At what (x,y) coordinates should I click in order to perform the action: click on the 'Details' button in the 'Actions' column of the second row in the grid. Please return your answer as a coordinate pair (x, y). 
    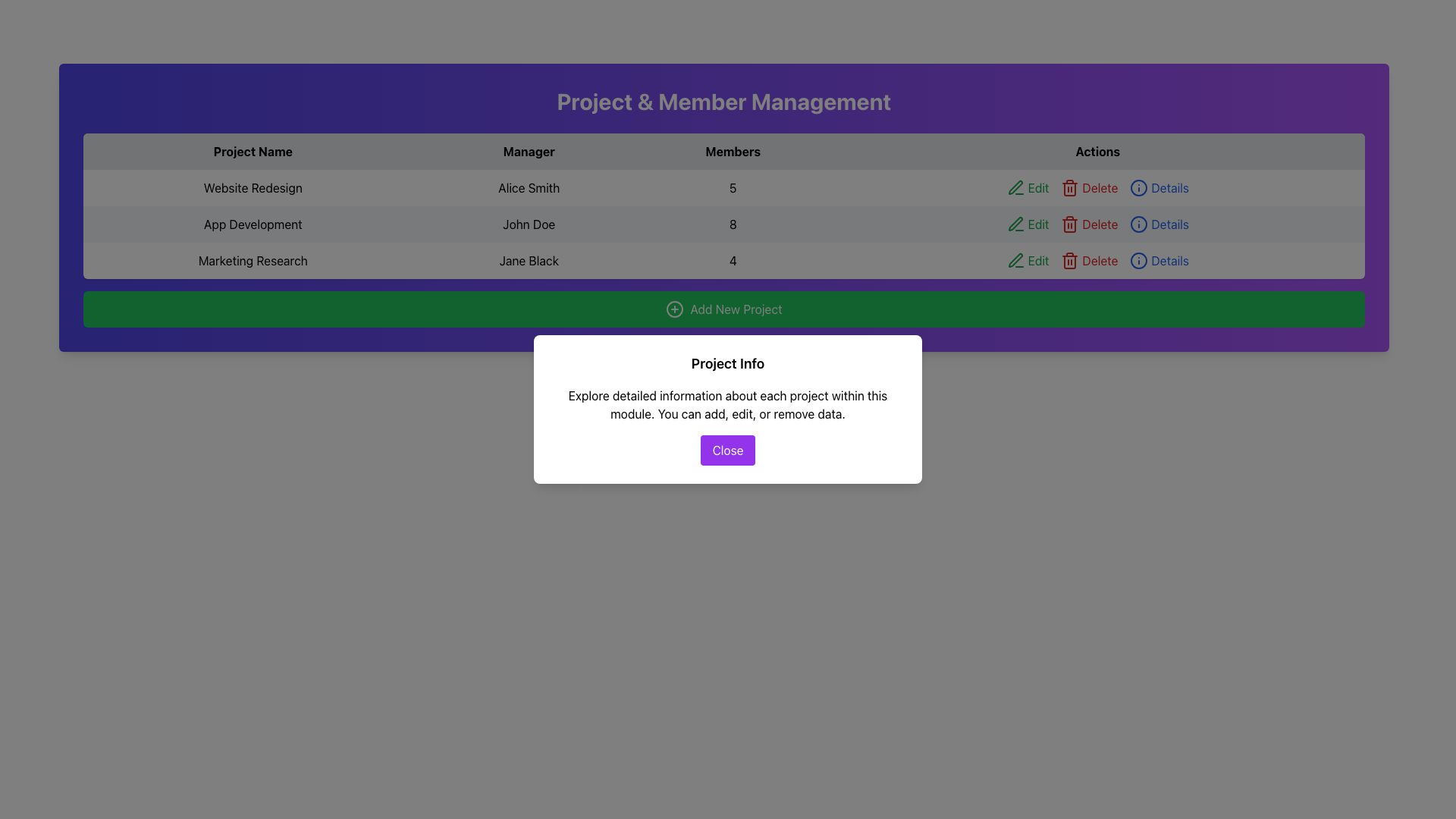
    Looking at the image, I should click on (1159, 224).